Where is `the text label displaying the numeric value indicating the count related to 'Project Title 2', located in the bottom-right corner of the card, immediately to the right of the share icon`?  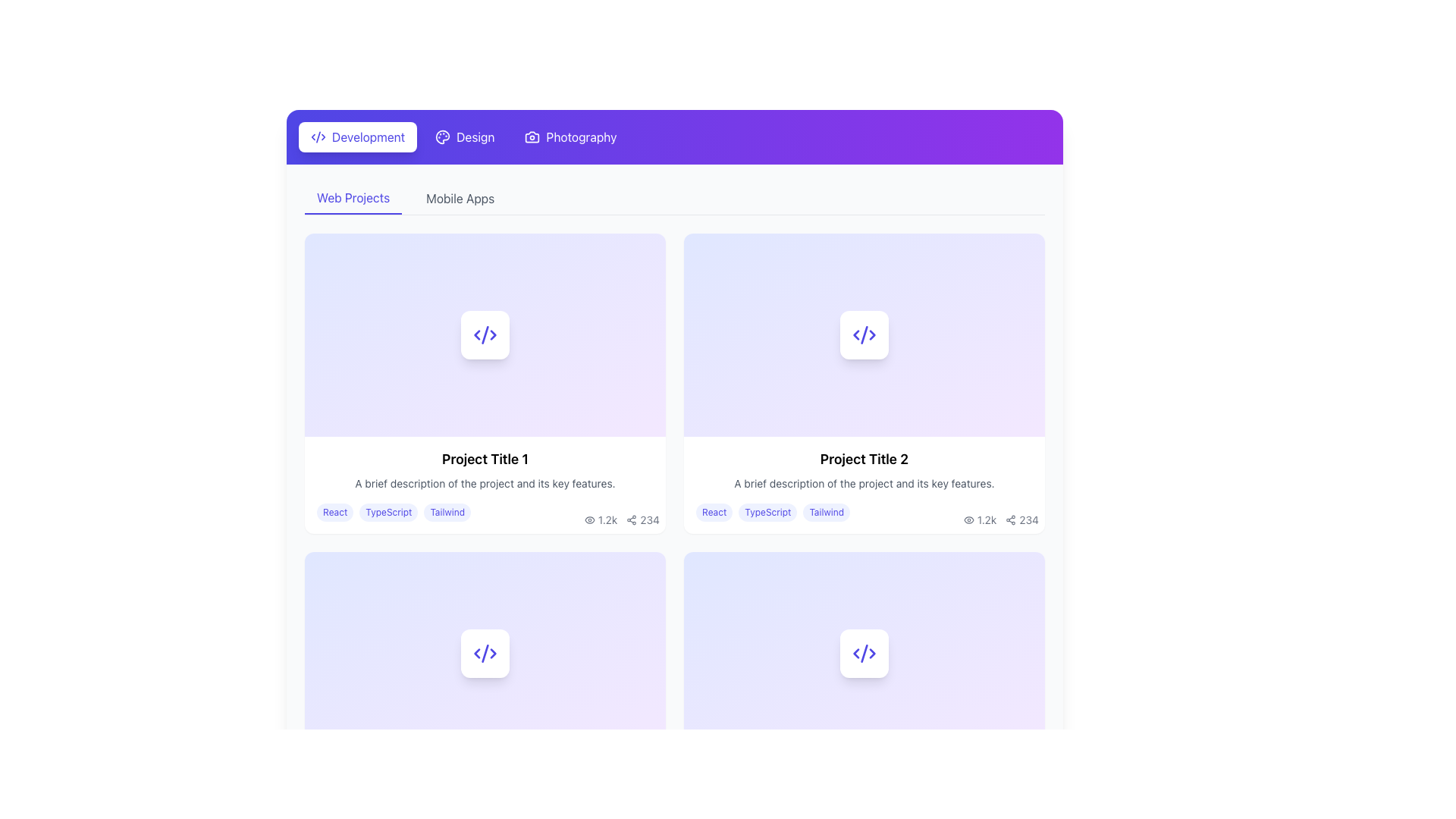
the text label displaying the numeric value indicating the count related to 'Project Title 2', located in the bottom-right corner of the card, immediately to the right of the share icon is located at coordinates (650, 519).